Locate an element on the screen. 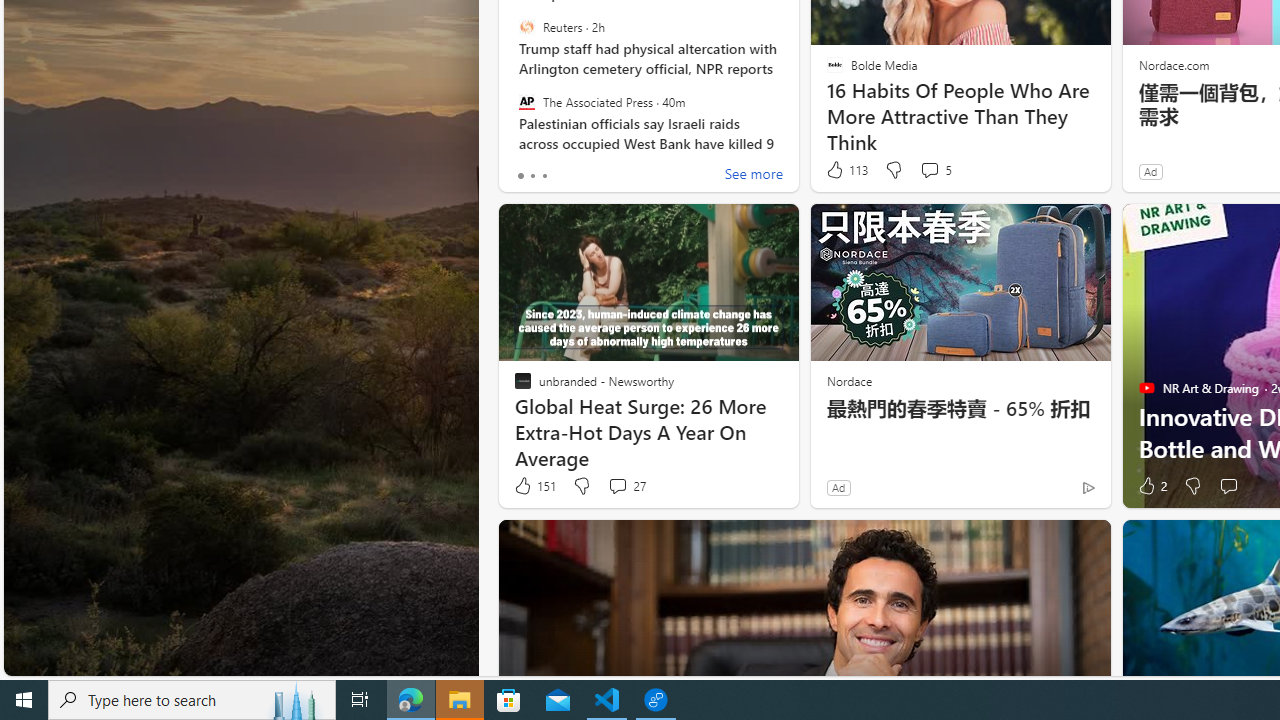  'View comments 5 Comment' is located at coordinates (928, 168).